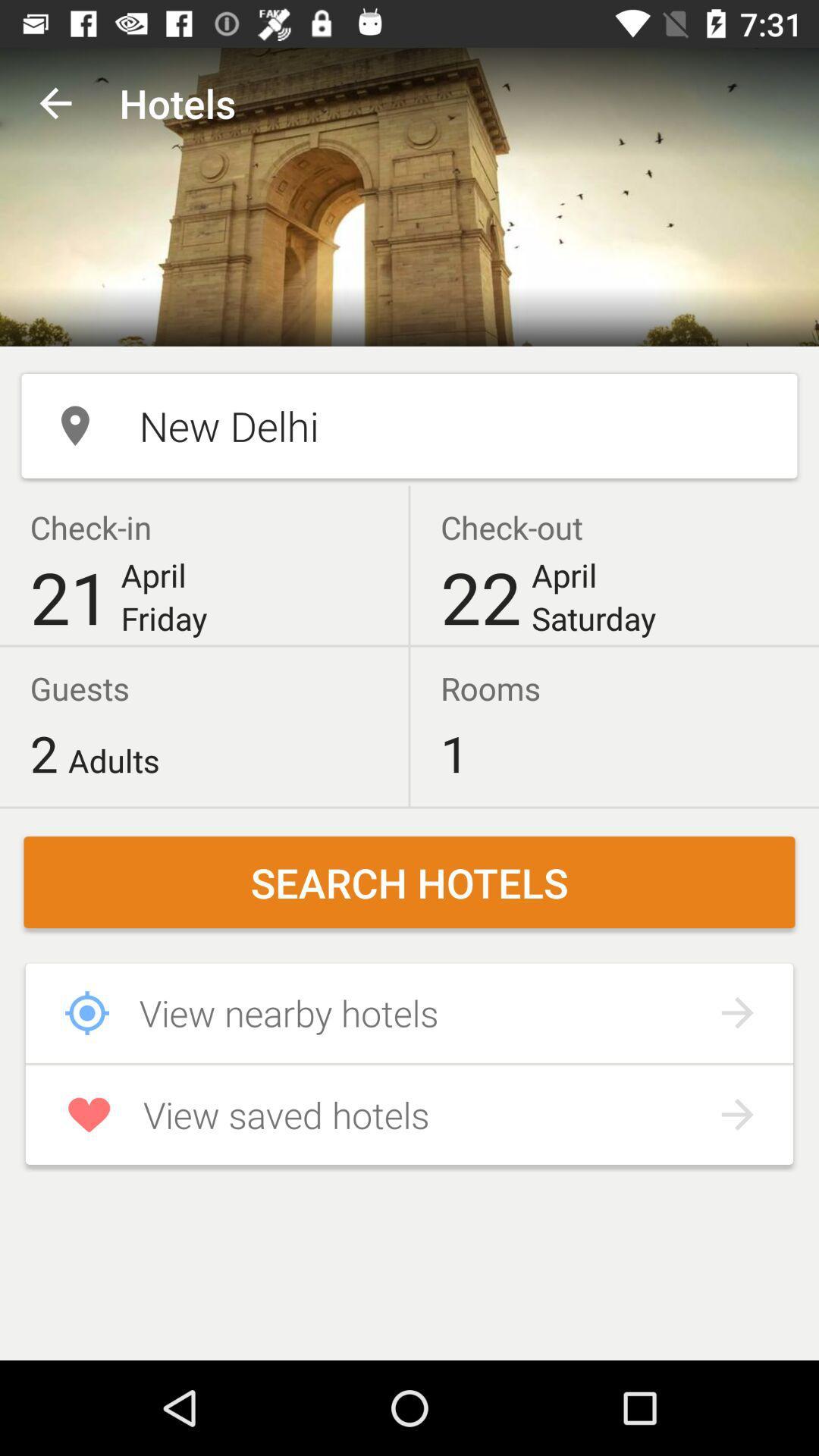 The image size is (819, 1456). What do you see at coordinates (736, 1012) in the screenshot?
I see `forward arrow icon right to view nearby hotels` at bounding box center [736, 1012].